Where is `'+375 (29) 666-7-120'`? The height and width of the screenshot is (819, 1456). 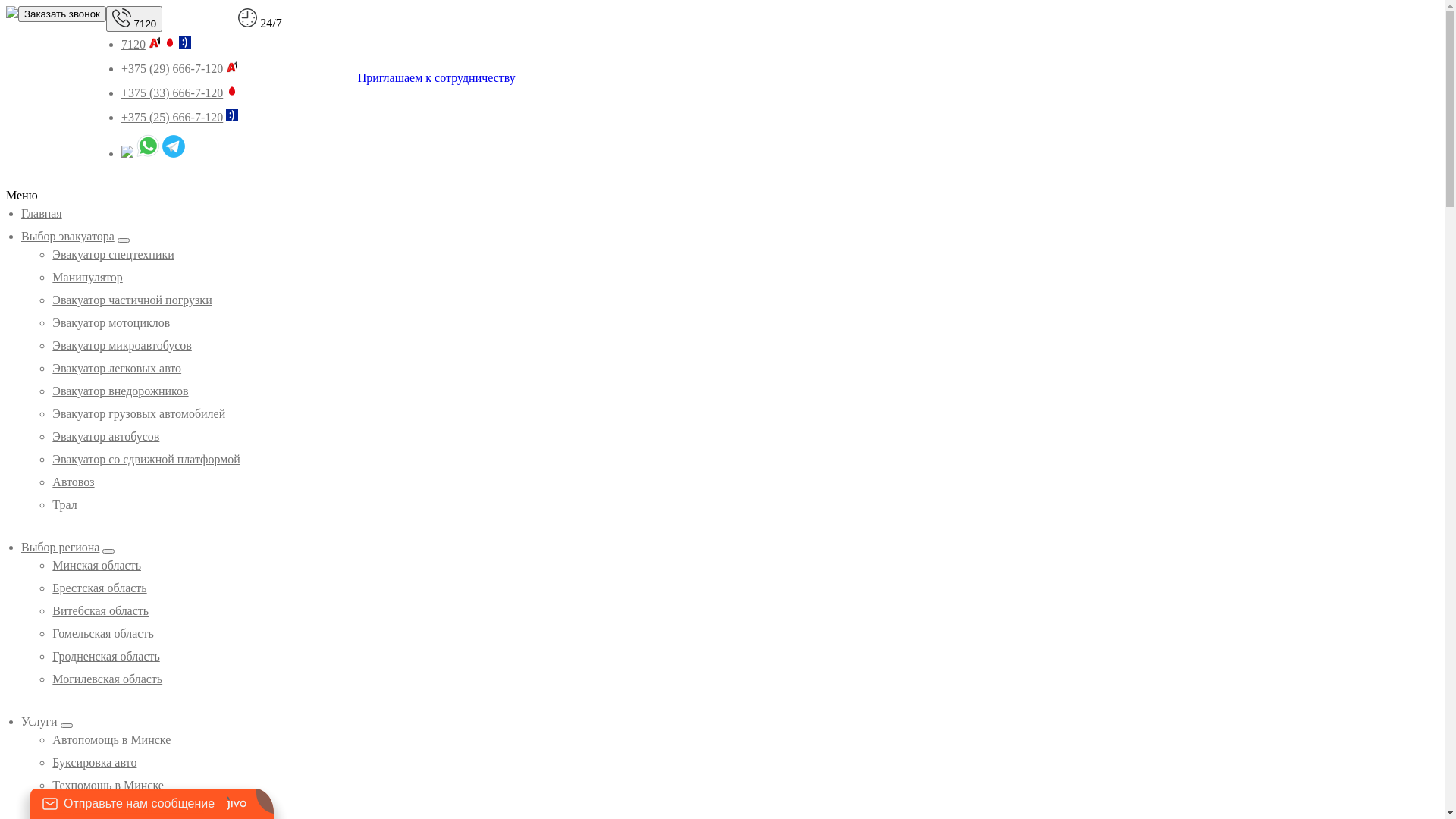
'+375 (29) 666-7-120' is located at coordinates (120, 68).